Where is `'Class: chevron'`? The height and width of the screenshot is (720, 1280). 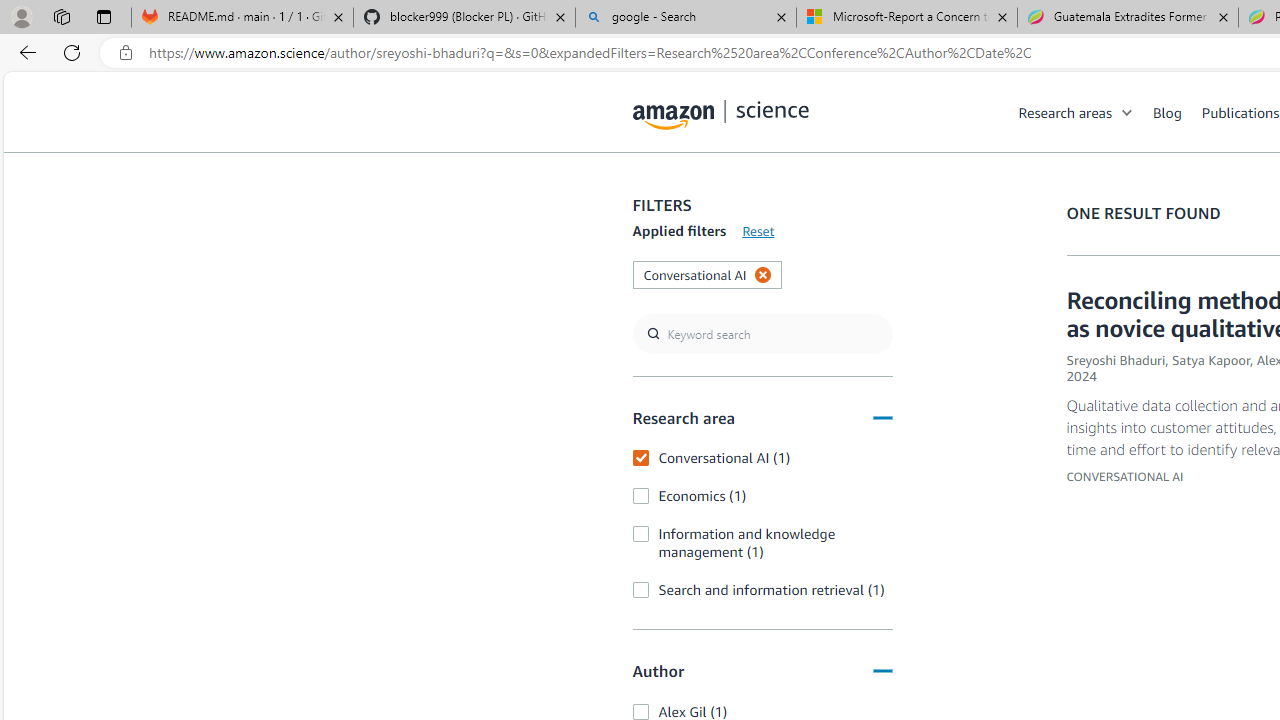
'Class: chevron' is located at coordinates (1128, 117).